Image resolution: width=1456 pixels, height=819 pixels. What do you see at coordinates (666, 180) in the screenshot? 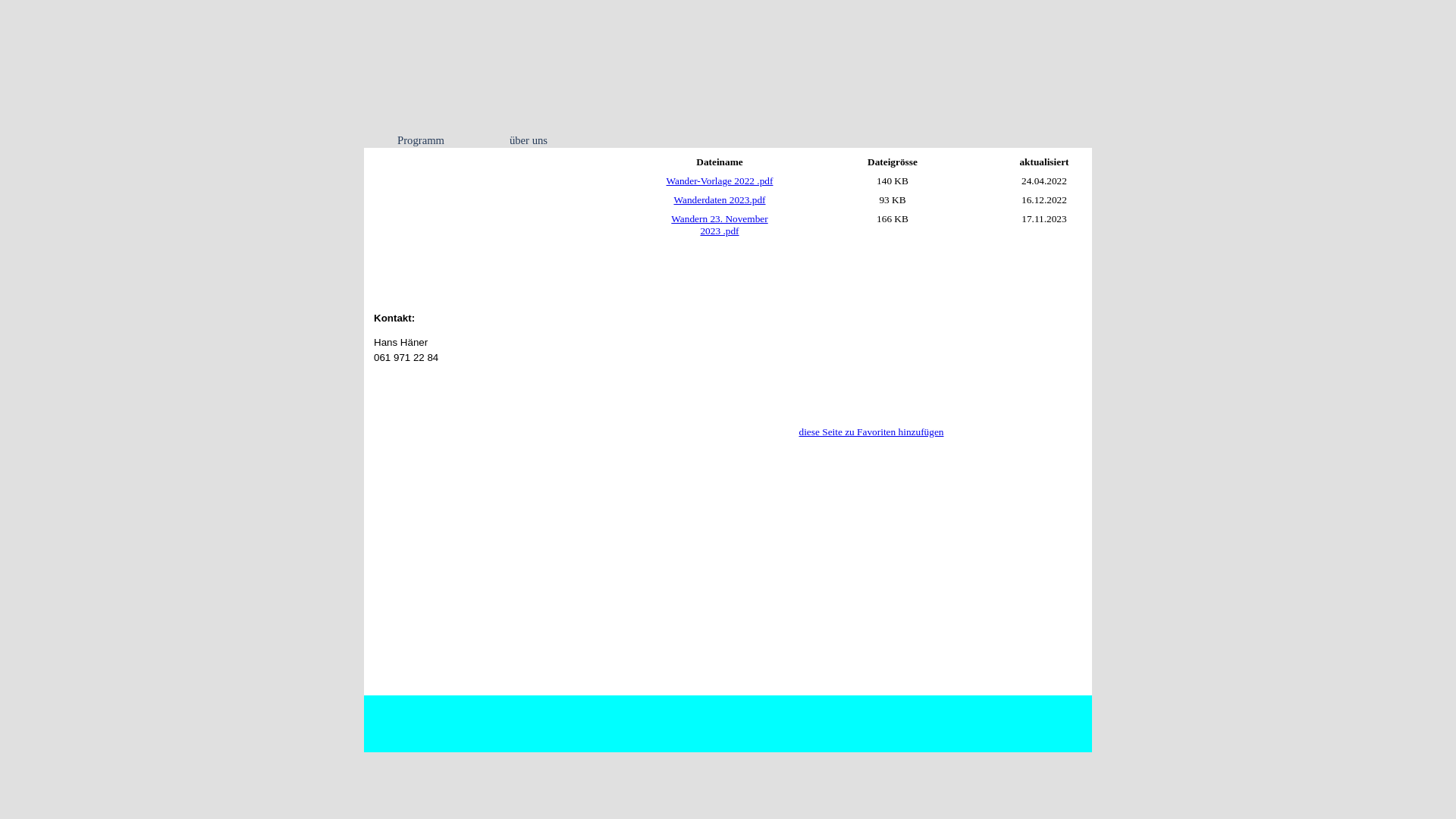
I see `'Wander-Vorlage 2022 .pdf'` at bounding box center [666, 180].